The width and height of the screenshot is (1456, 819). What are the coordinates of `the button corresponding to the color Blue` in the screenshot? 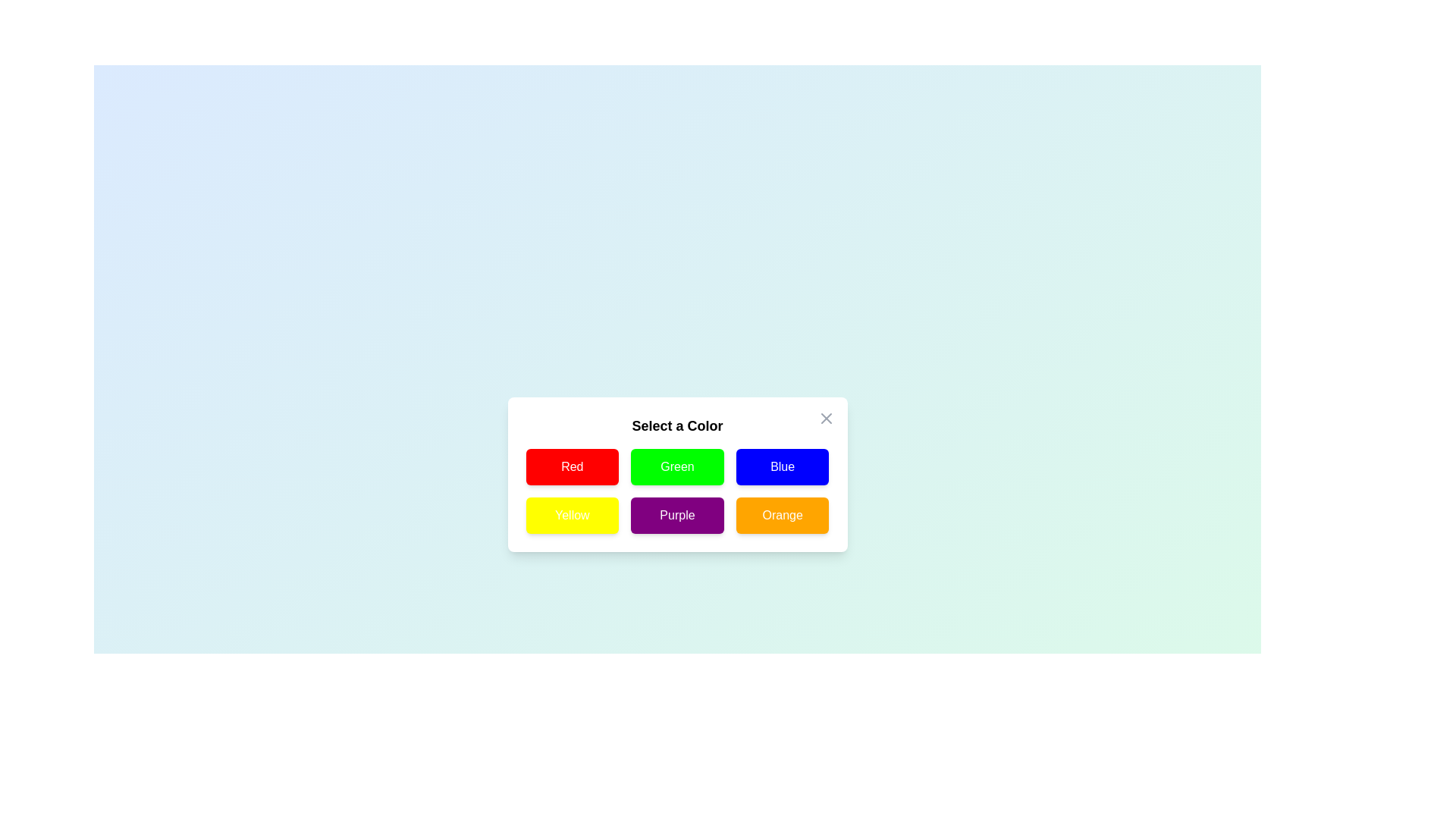 It's located at (783, 466).